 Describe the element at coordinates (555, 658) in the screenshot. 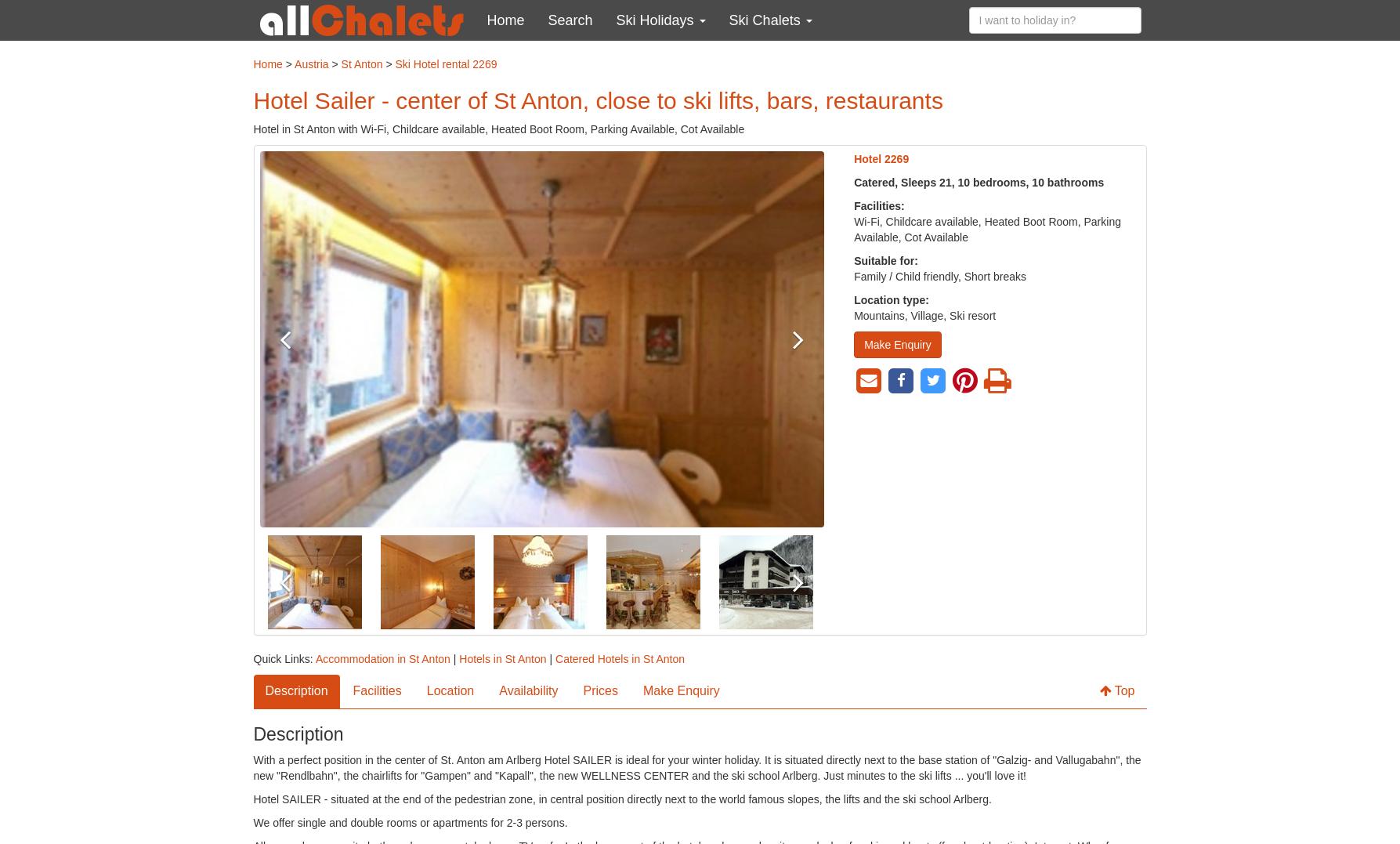

I see `'Catered Hotels in St Anton'` at that location.